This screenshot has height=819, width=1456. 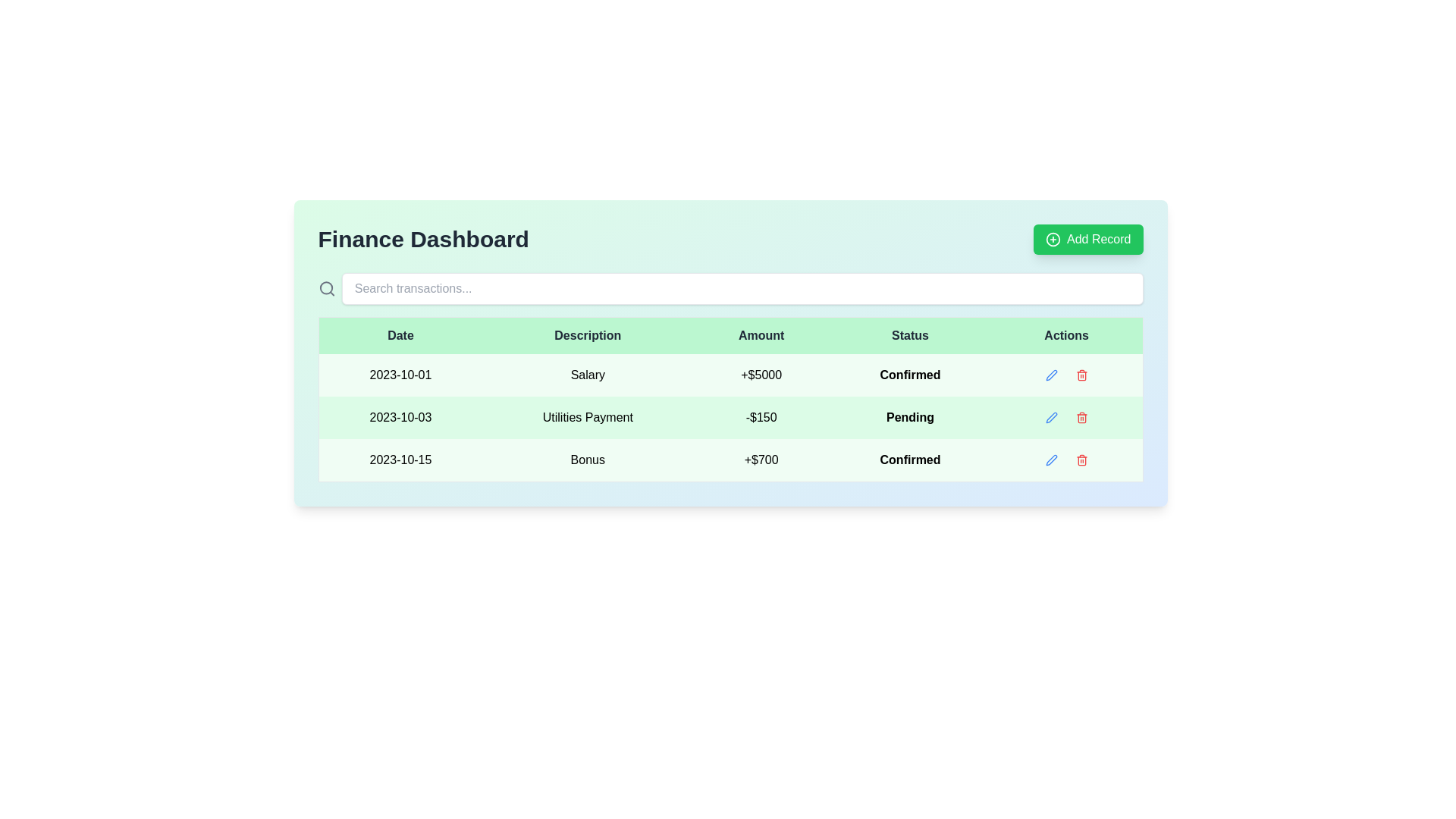 What do you see at coordinates (1081, 375) in the screenshot?
I see `the delete button located in the bottom-right corner of the row for '2023-10-01' in the Actions column` at bounding box center [1081, 375].